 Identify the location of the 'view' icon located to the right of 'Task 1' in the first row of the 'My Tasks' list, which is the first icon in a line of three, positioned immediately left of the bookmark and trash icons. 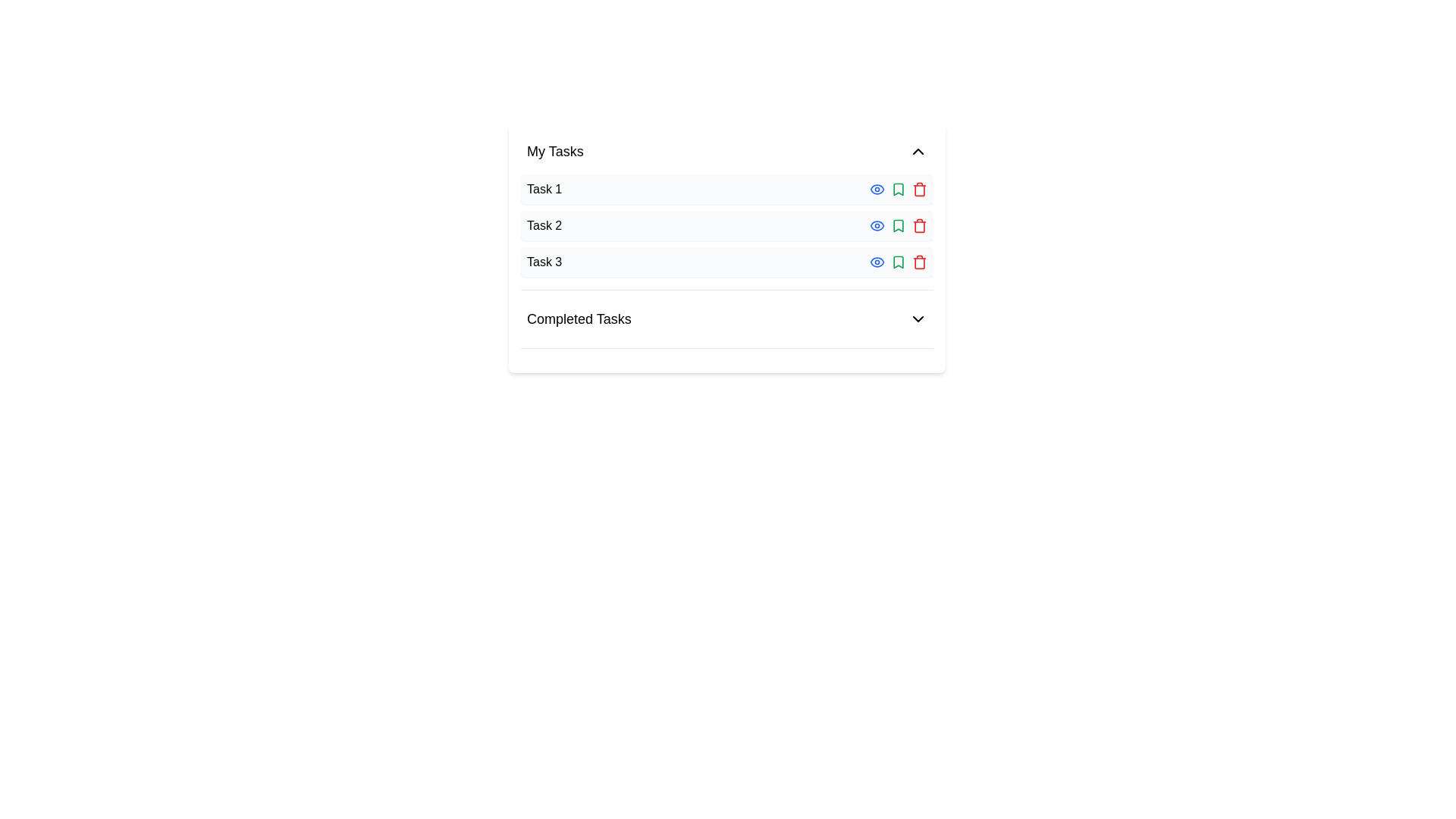
(877, 189).